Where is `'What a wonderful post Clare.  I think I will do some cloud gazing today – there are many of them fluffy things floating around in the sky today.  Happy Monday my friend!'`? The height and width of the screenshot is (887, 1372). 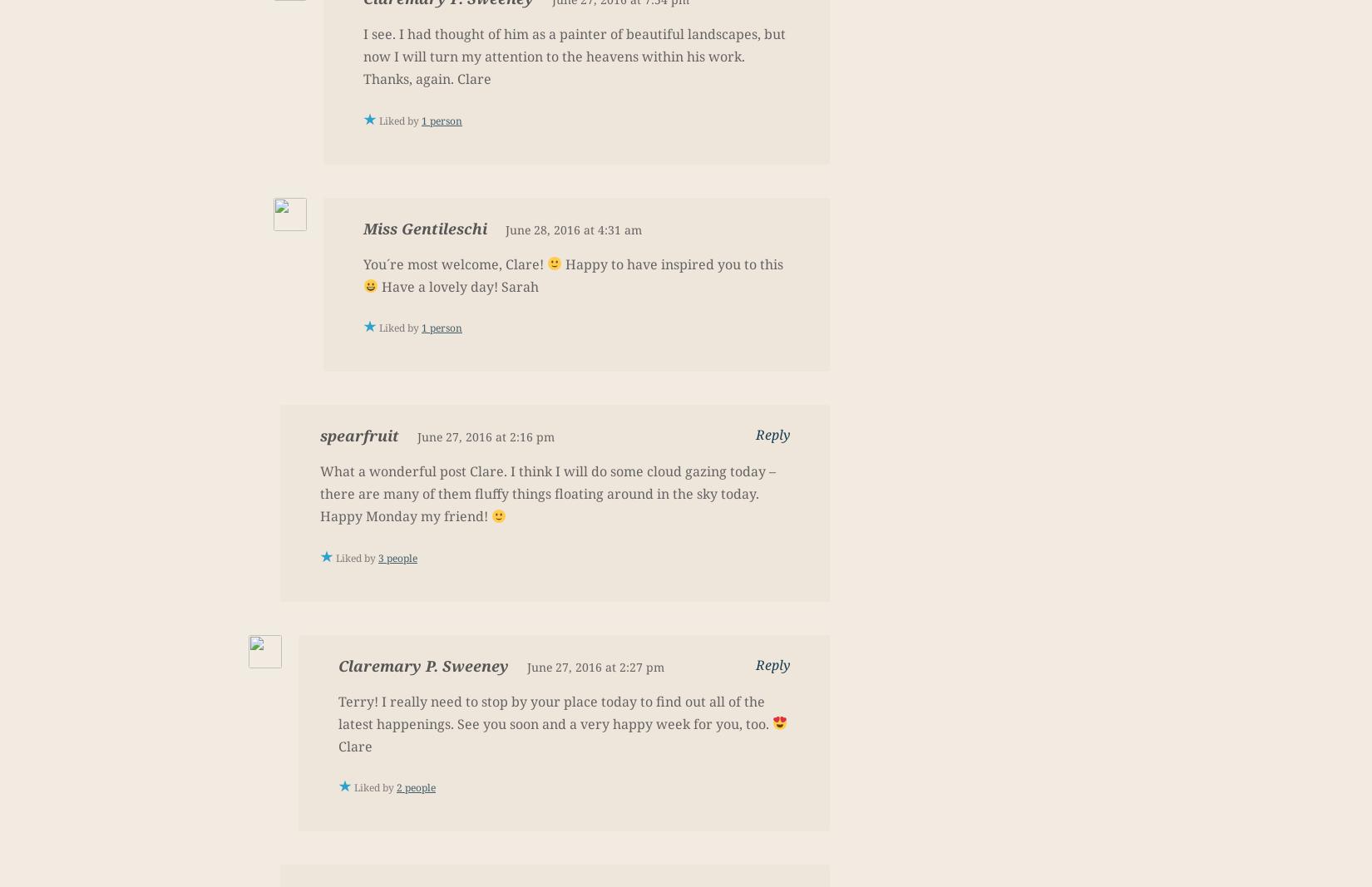 'What a wonderful post Clare.  I think I will do some cloud gazing today – there are many of them fluffy things floating around in the sky today.  Happy Monday my friend!' is located at coordinates (547, 493).